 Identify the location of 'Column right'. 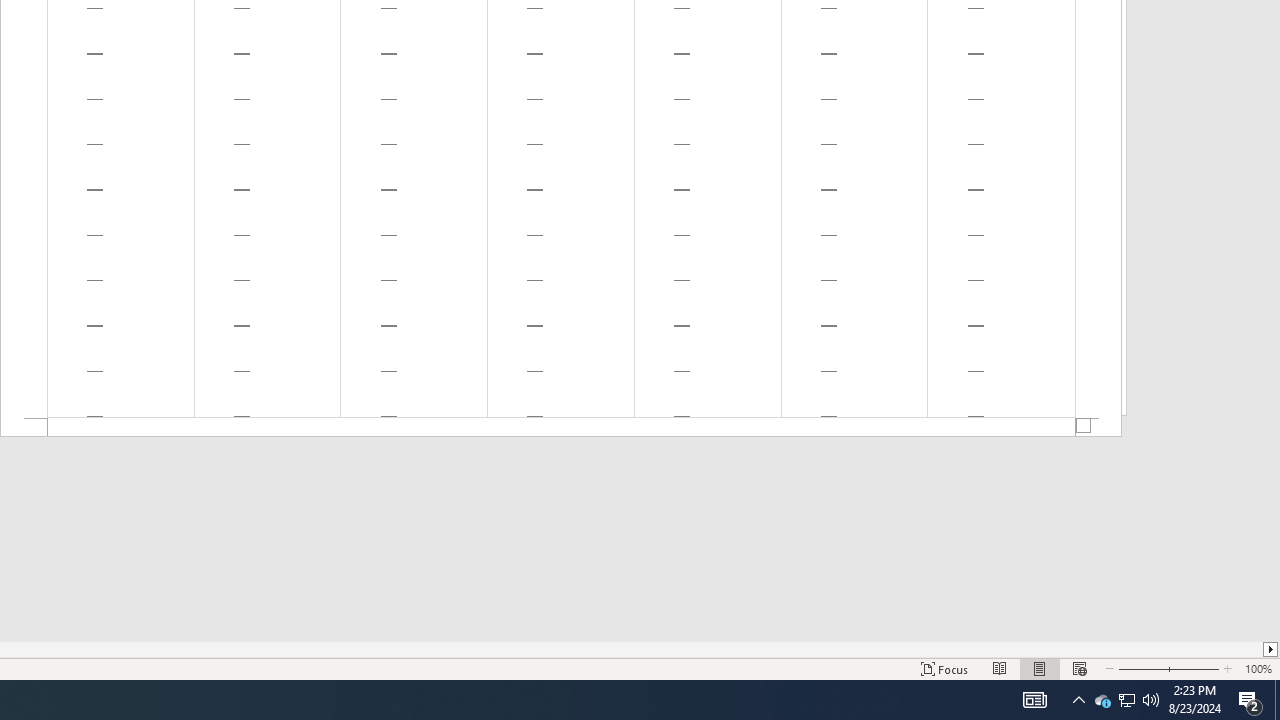
(1270, 649).